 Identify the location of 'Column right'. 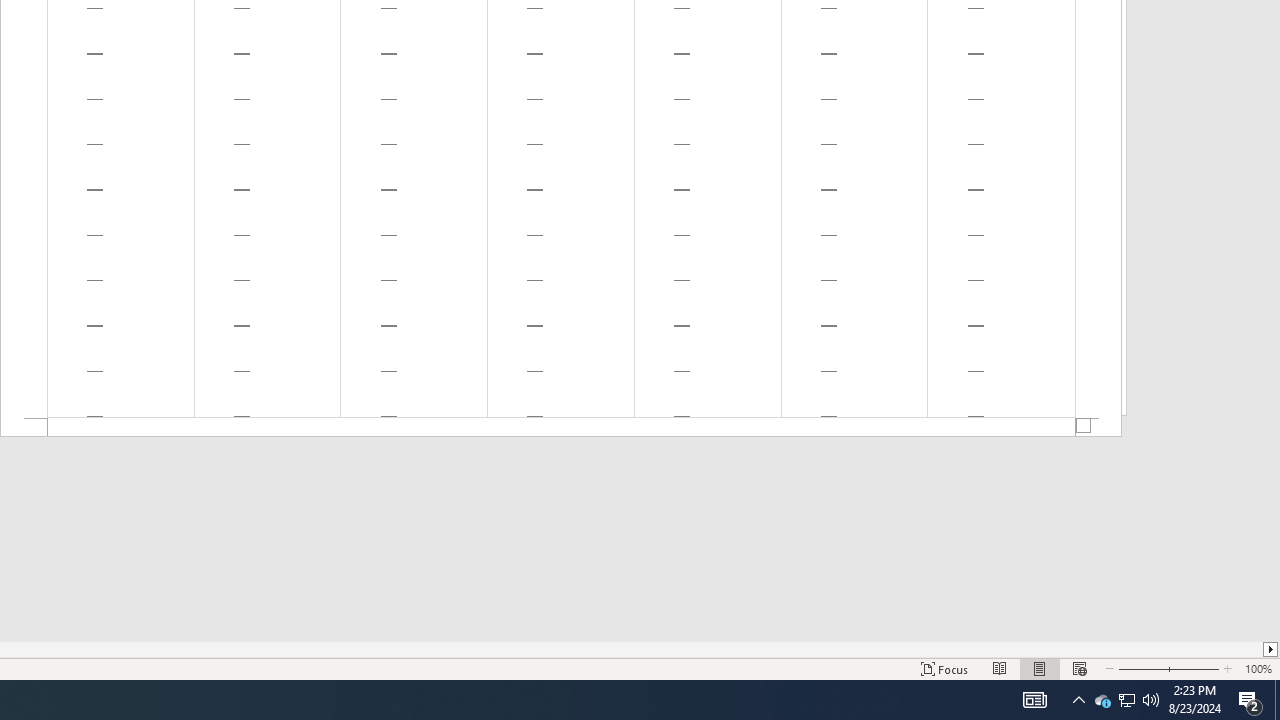
(1270, 649).